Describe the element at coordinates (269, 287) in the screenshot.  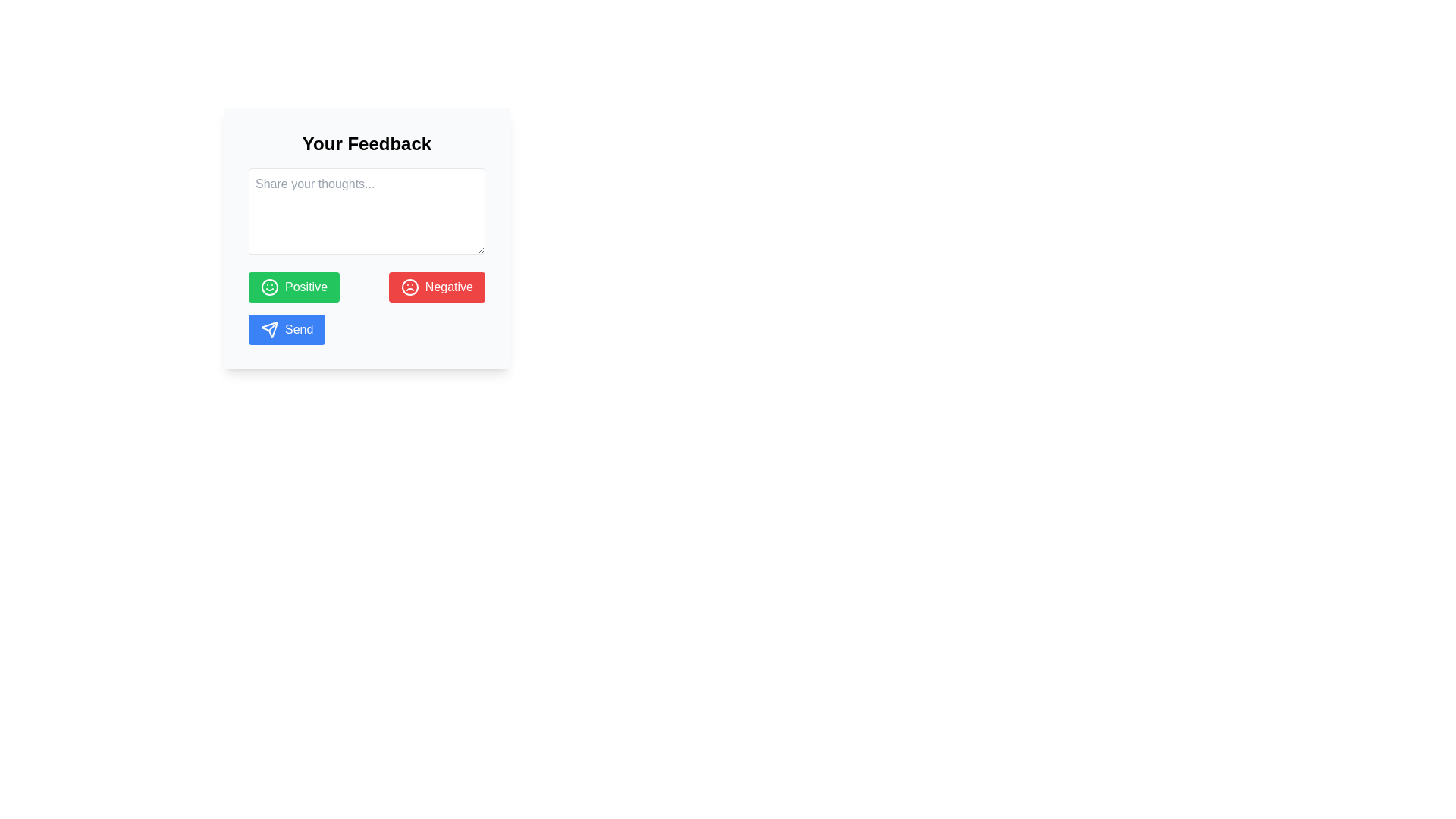
I see `the circular smiley face icon, which is green and located to the left of the green 'Positive' button in the feedback form` at that location.